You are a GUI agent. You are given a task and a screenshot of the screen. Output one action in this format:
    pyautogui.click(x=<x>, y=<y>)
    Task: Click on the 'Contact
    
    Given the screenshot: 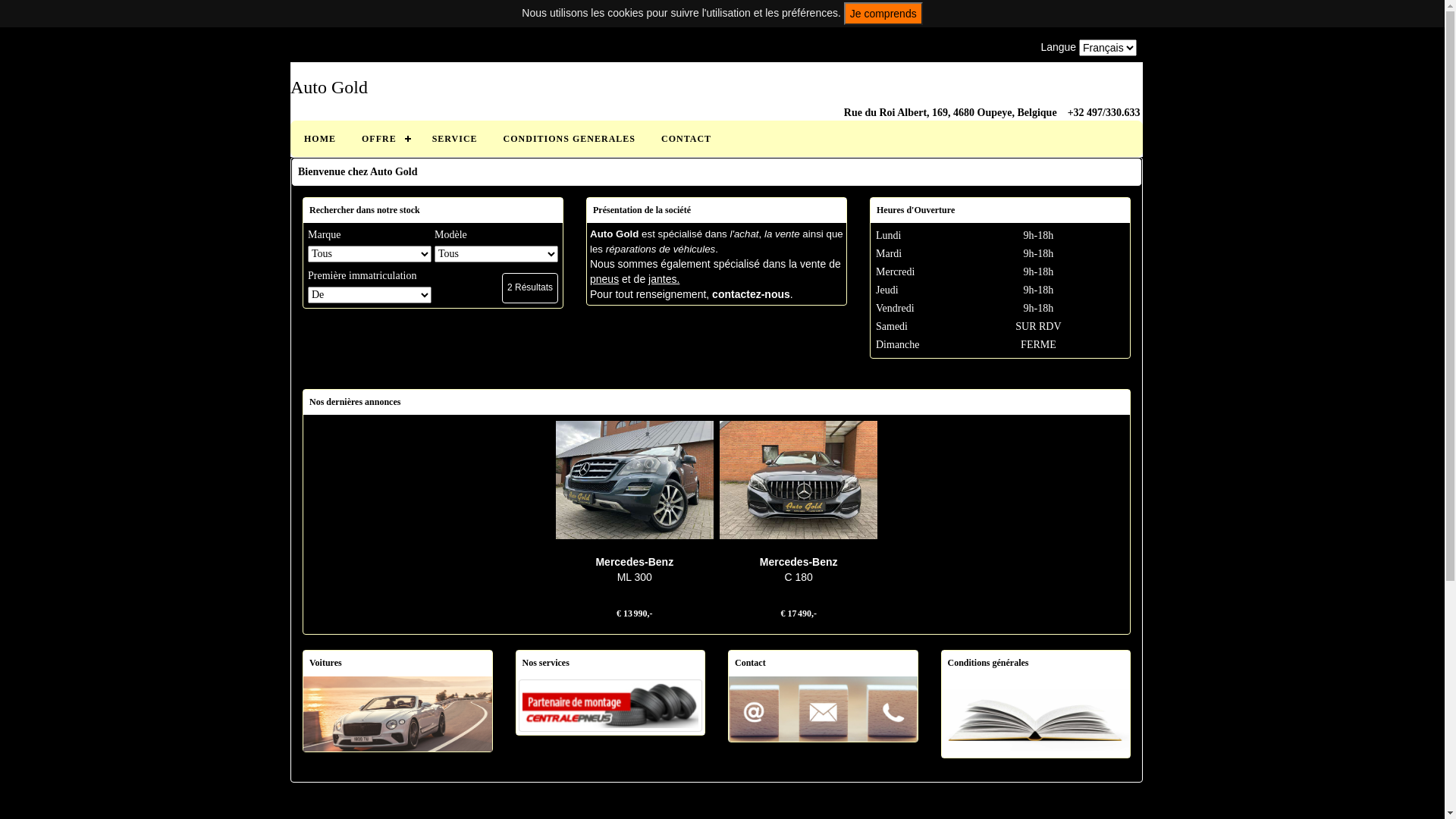 What is the action you would take?
    pyautogui.click(x=822, y=707)
    